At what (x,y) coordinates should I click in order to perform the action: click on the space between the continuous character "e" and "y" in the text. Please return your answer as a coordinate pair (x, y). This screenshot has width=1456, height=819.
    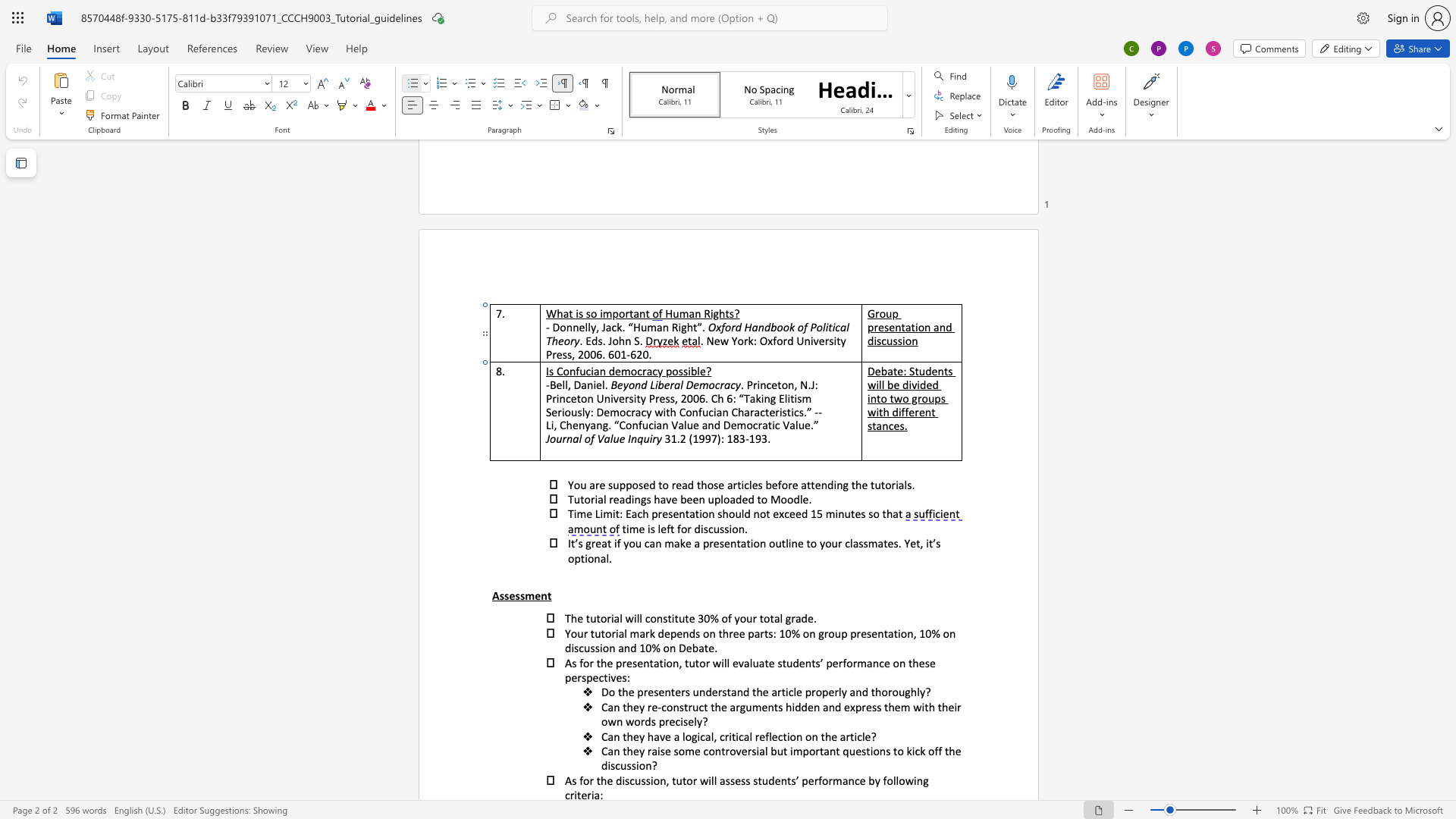
    Looking at the image, I should click on (639, 736).